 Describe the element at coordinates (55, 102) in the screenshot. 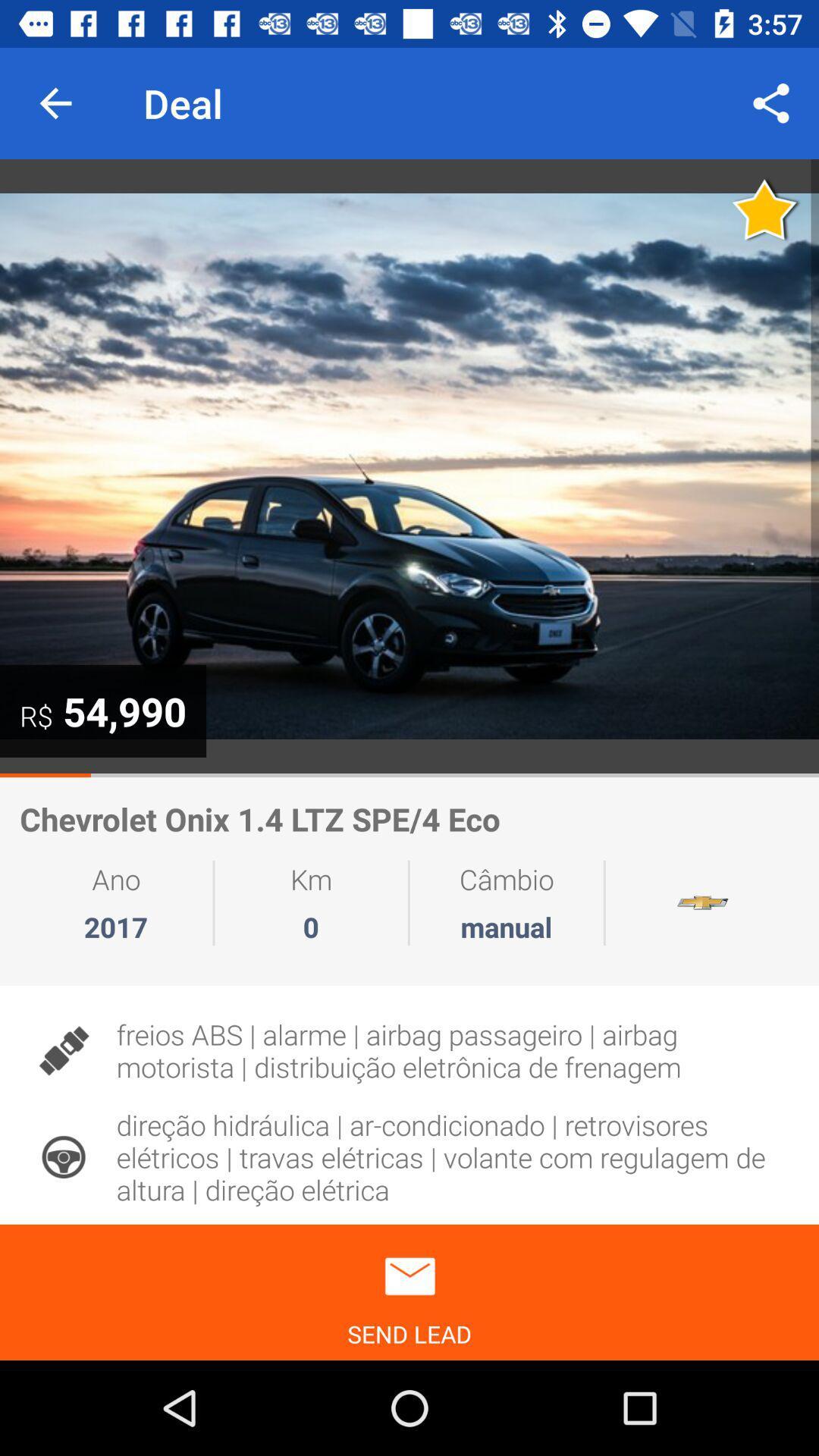

I see `item to the left of the deal icon` at that location.